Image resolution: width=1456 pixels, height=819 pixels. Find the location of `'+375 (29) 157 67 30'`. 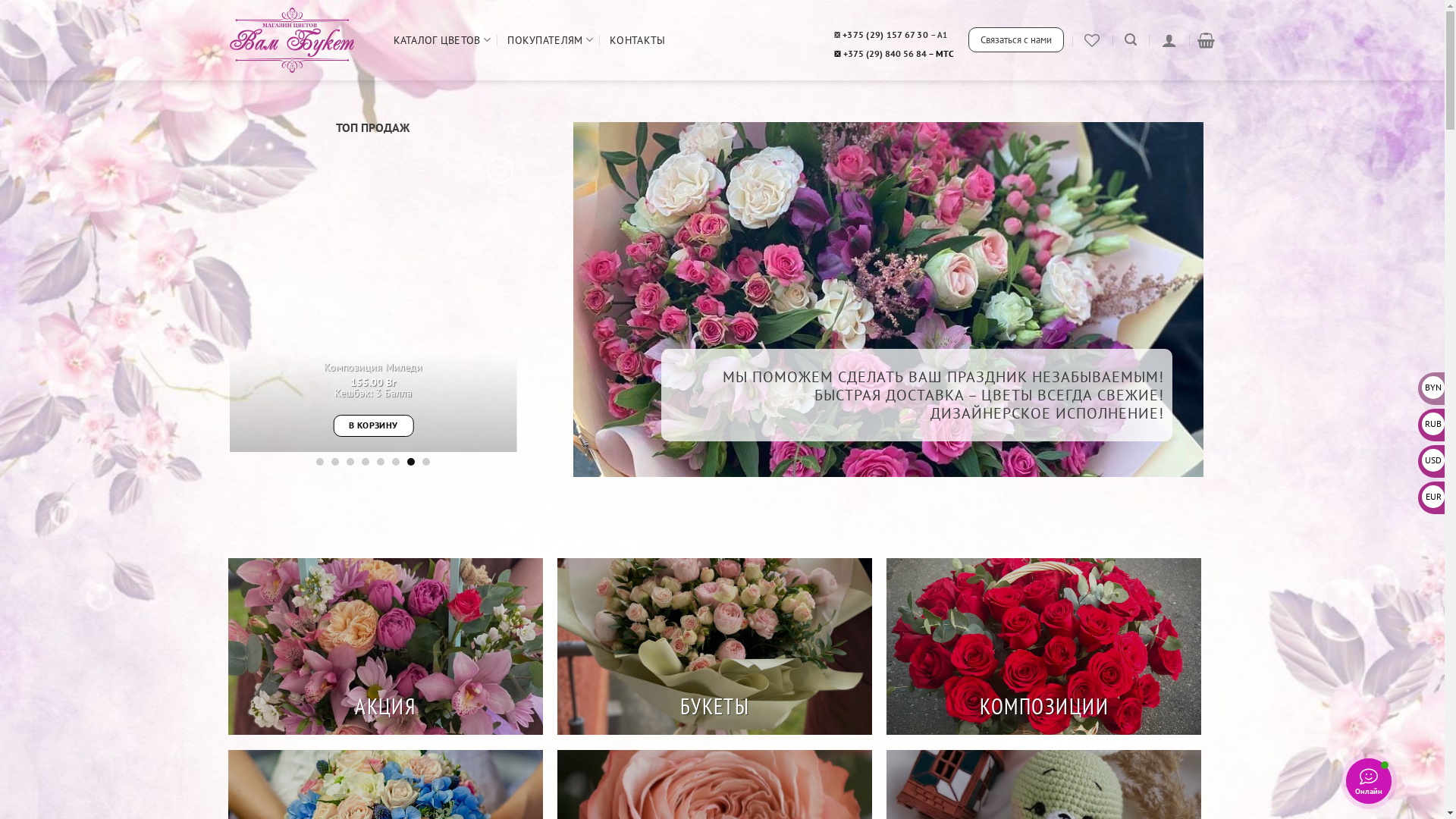

'+375 (29) 157 67 30' is located at coordinates (841, 34).